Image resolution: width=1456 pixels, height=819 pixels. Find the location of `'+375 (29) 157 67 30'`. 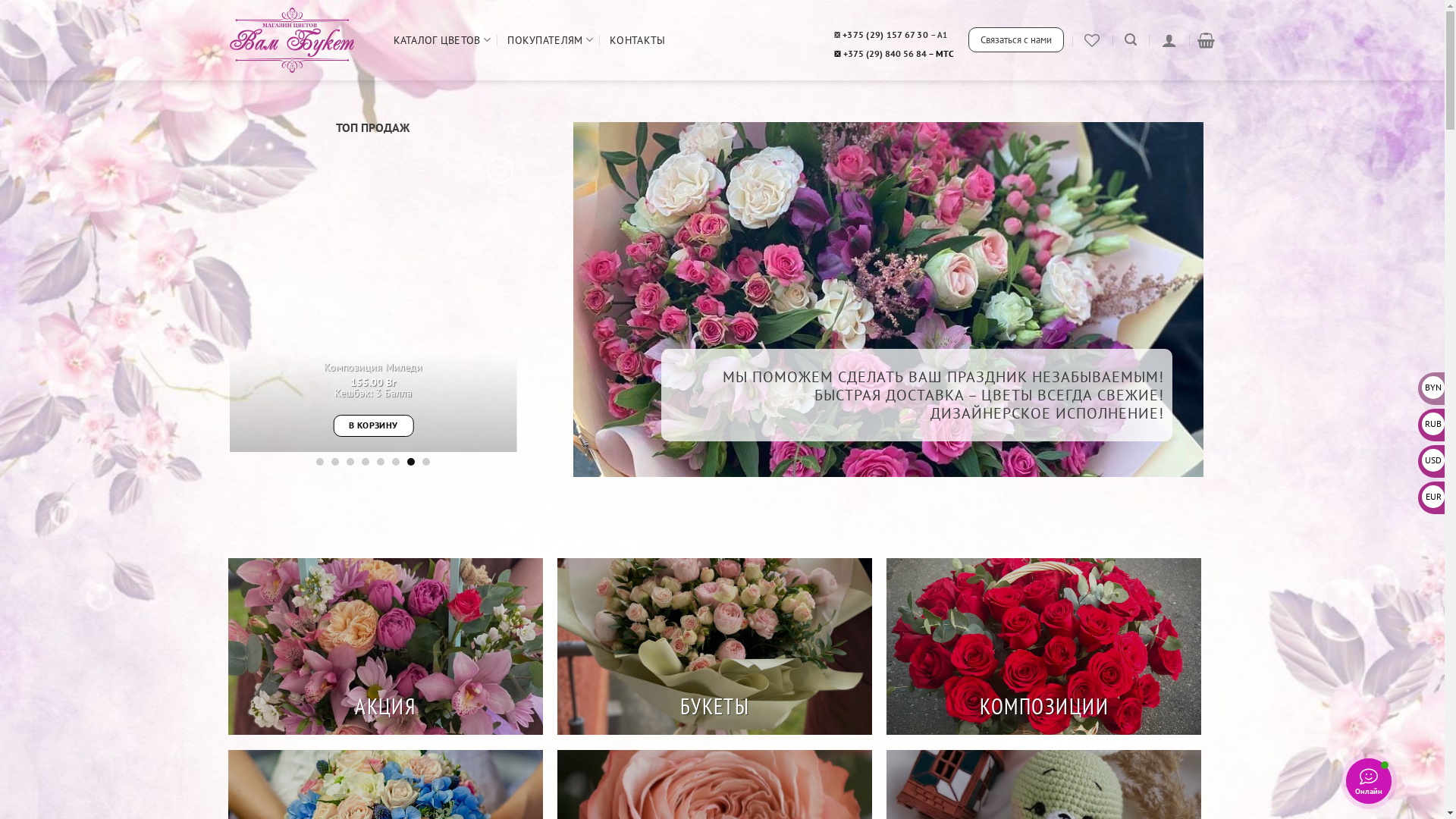

'+375 (29) 157 67 30' is located at coordinates (841, 34).